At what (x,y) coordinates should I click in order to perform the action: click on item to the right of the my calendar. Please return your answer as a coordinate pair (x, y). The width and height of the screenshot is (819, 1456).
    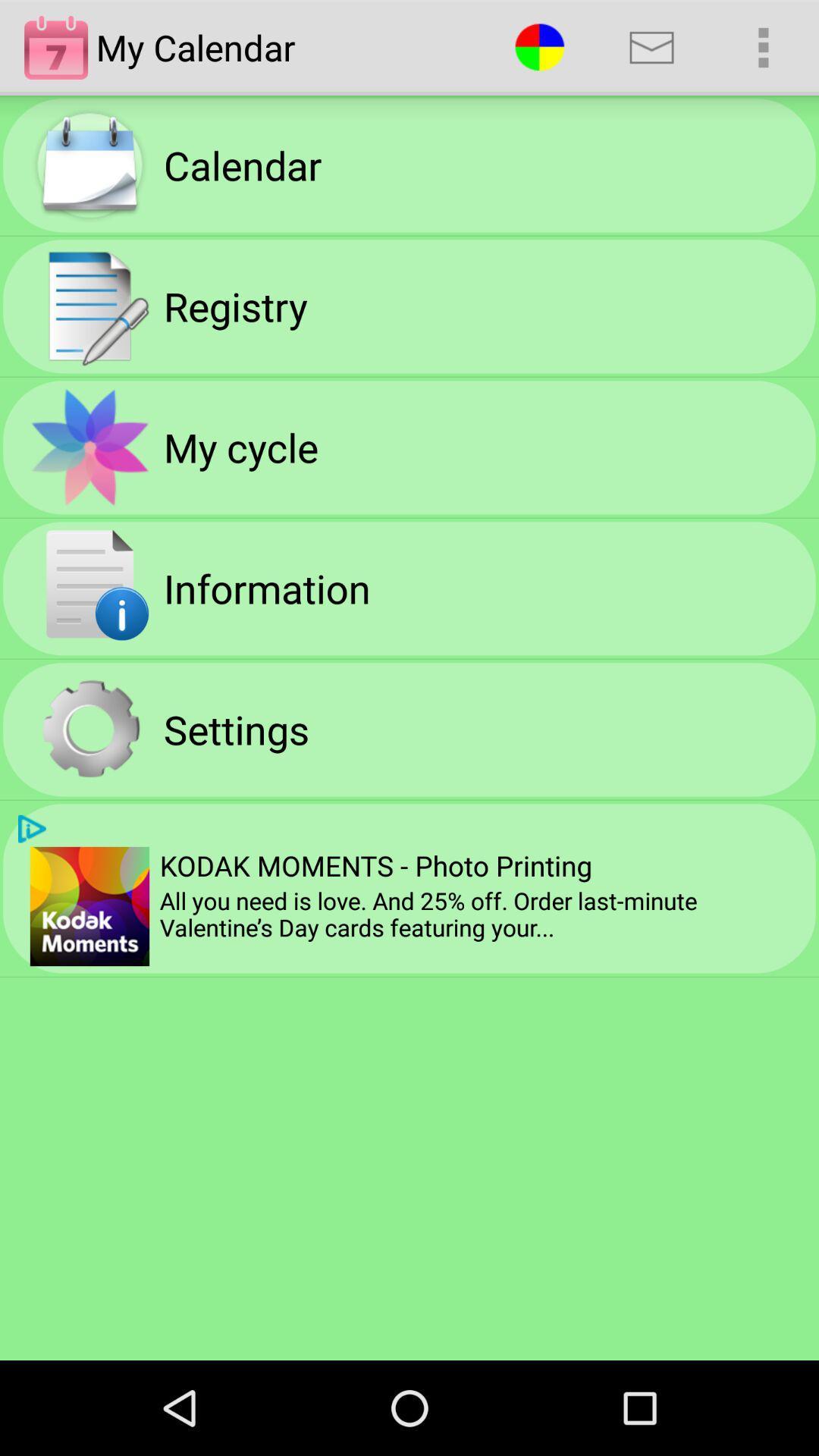
    Looking at the image, I should click on (539, 47).